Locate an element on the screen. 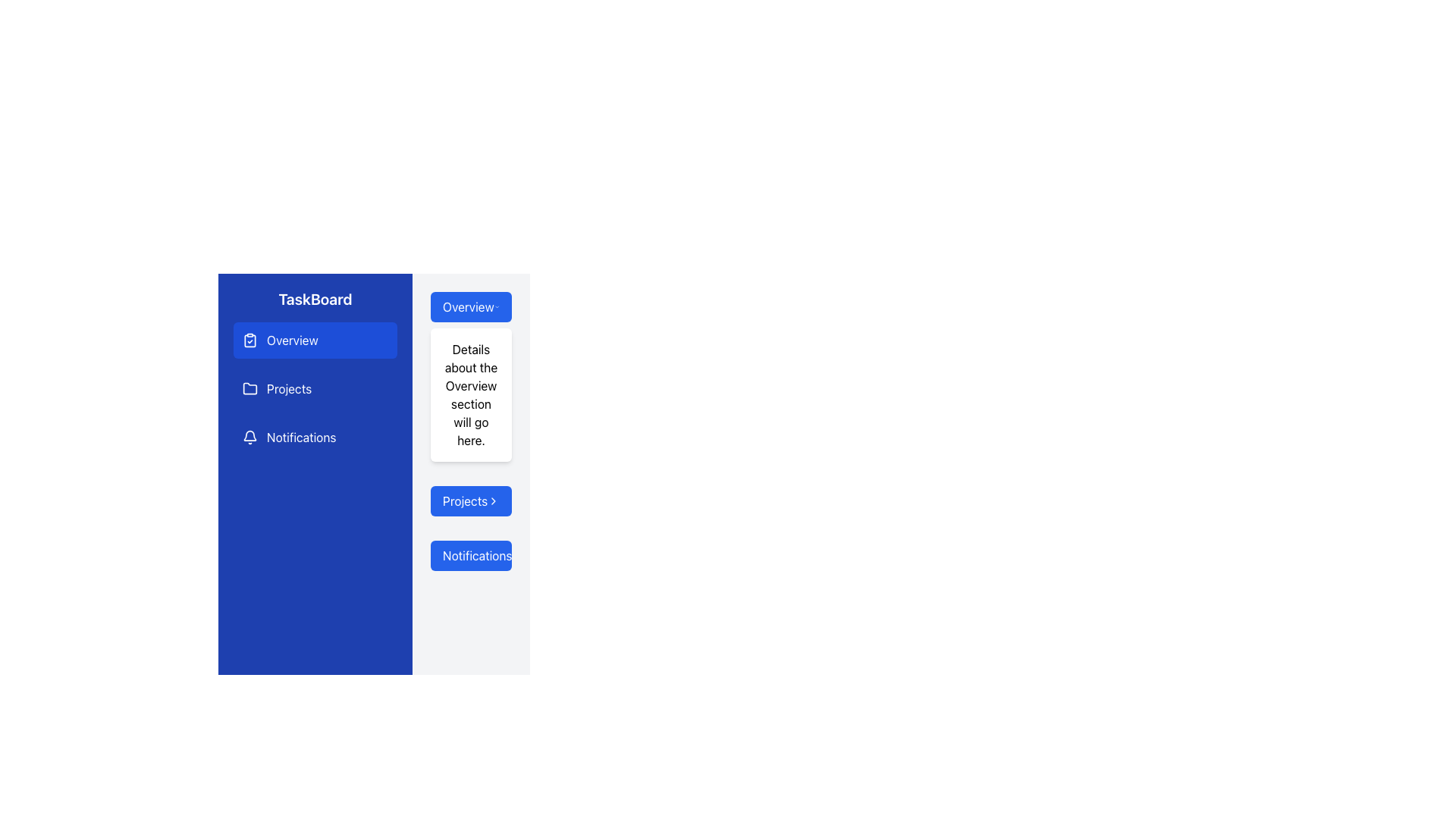 This screenshot has height=819, width=1456. the 'Notifications' button, which is the third item in the vertical menu list under the 'TaskBoard' heading, featuring a bell icon and a white label on a blue background is located at coordinates (315, 438).